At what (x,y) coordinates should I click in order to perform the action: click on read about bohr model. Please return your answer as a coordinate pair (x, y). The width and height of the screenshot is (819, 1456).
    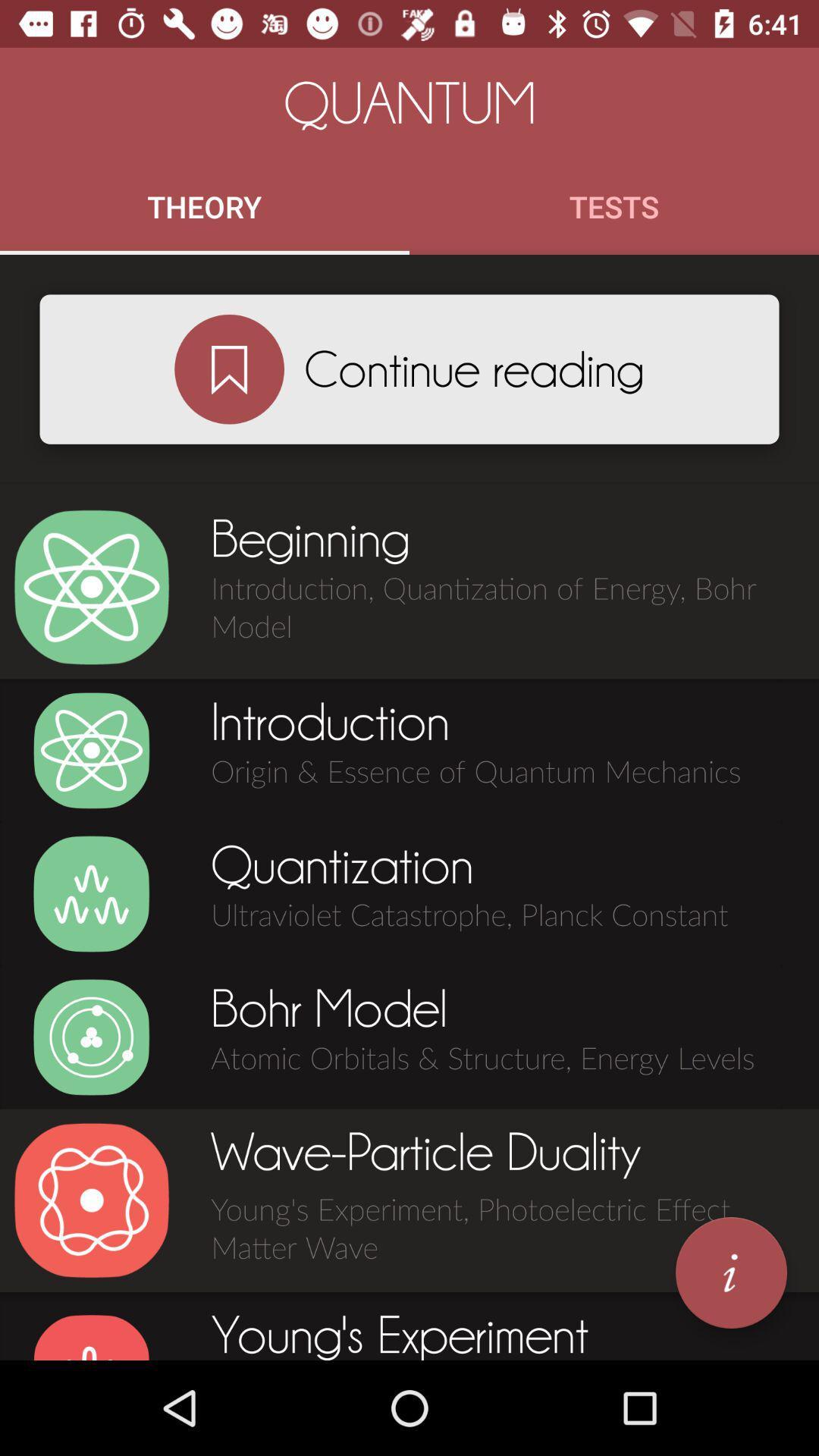
    Looking at the image, I should click on (91, 1037).